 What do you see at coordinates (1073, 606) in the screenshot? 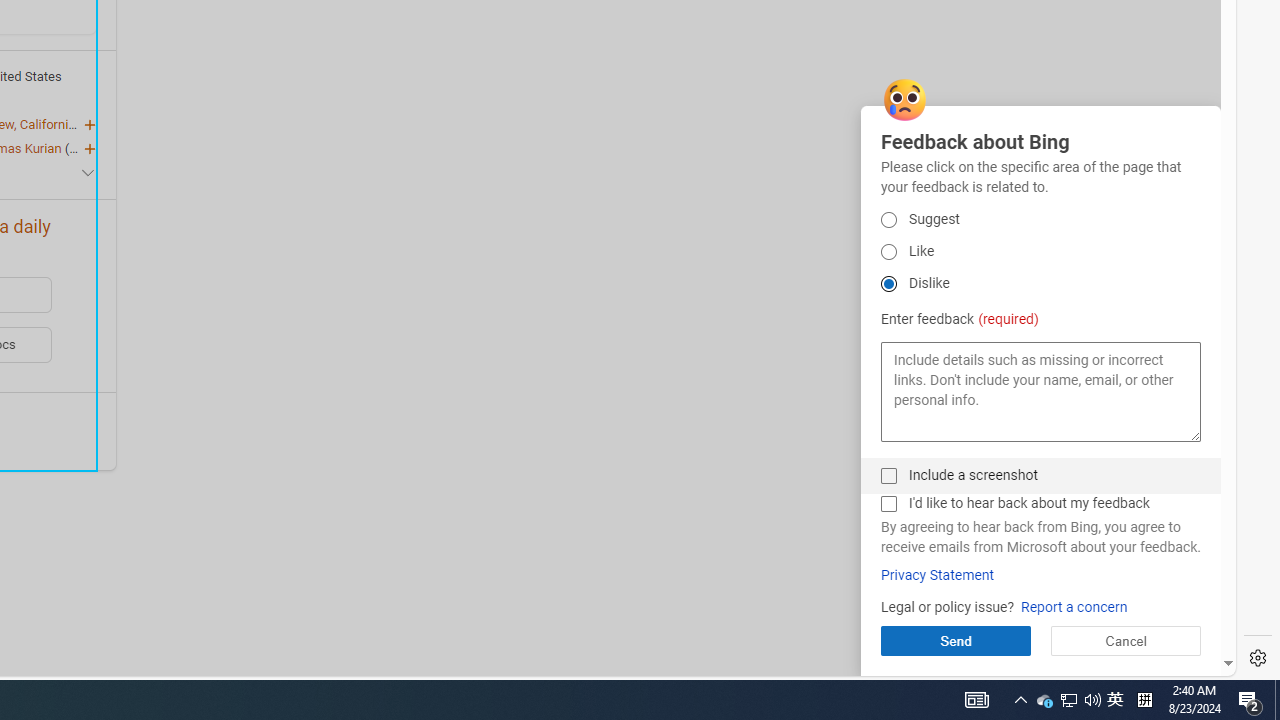
I see `'Report a concern'` at bounding box center [1073, 606].